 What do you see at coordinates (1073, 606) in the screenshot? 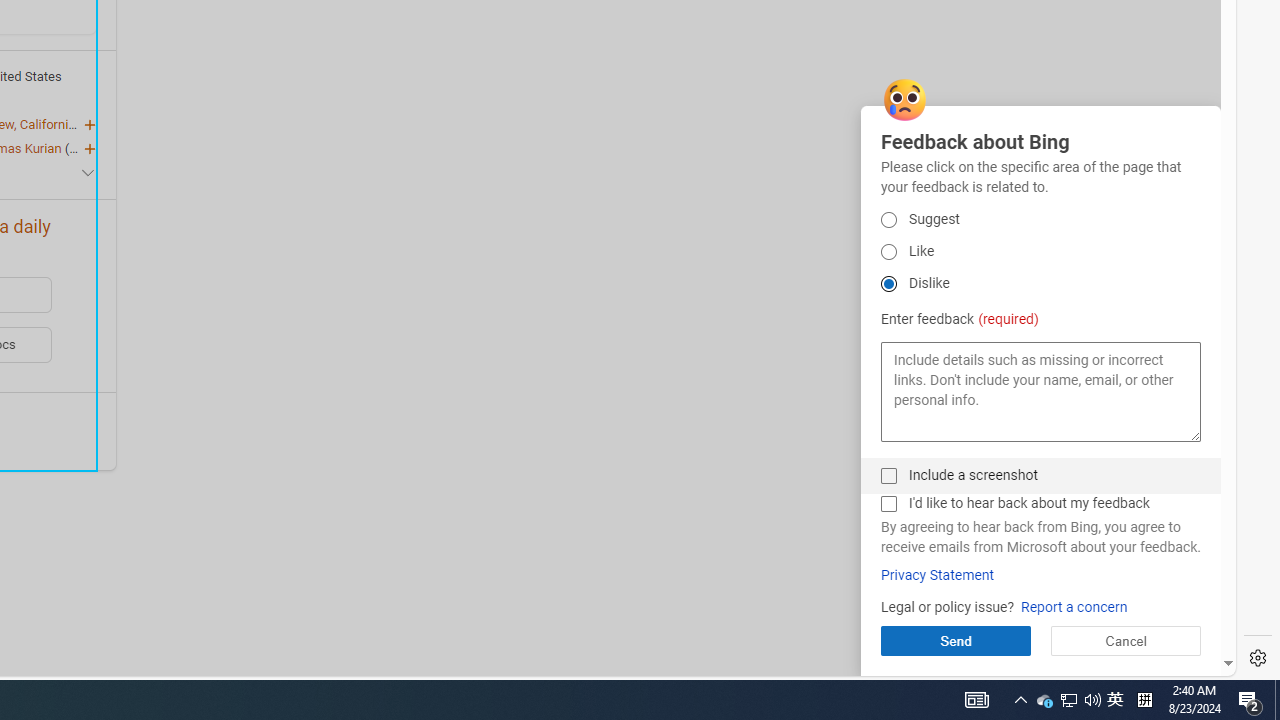
I see `'Report a concern'` at bounding box center [1073, 606].